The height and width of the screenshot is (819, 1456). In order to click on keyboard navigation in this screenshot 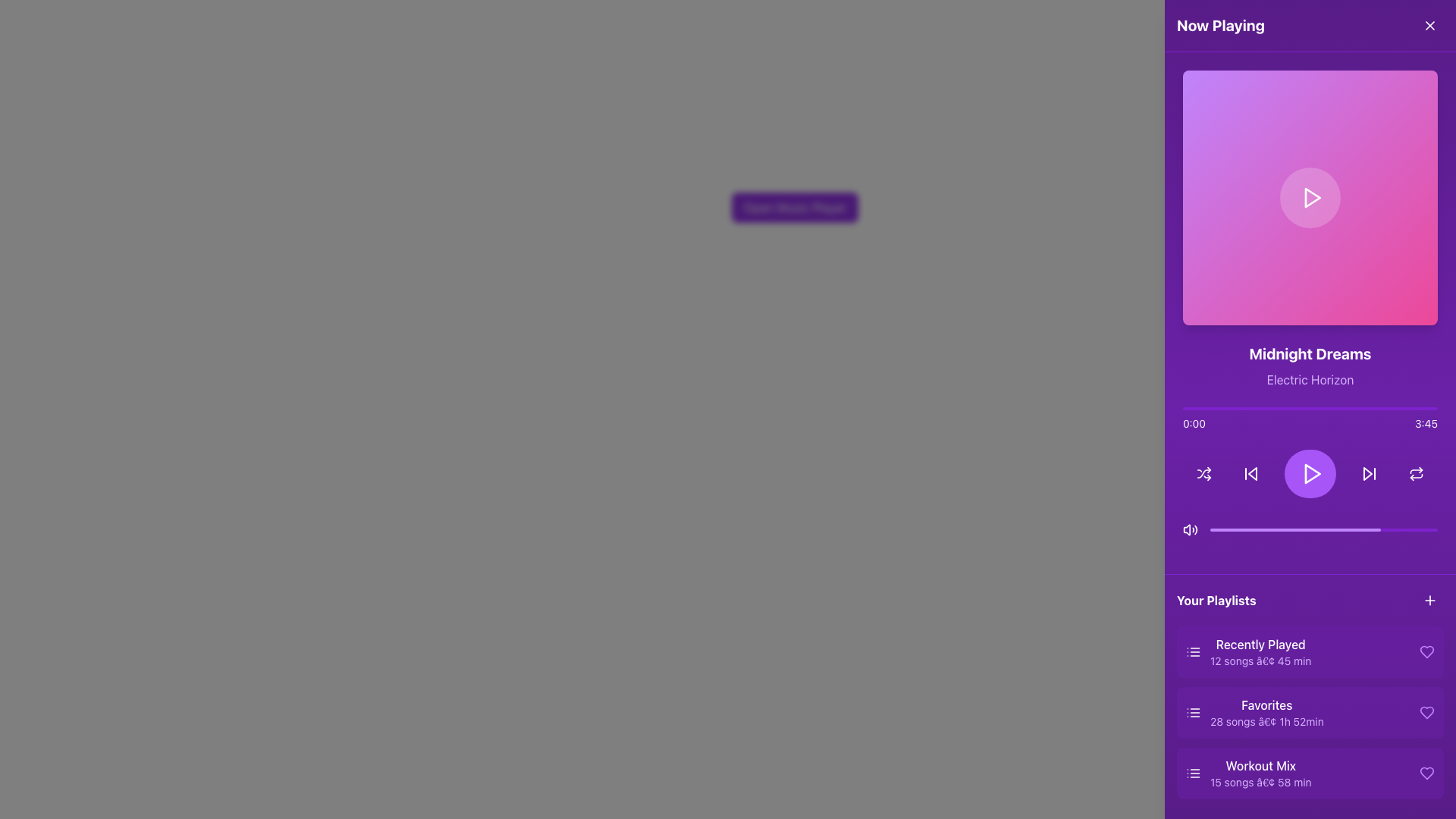, I will do `click(1310, 713)`.